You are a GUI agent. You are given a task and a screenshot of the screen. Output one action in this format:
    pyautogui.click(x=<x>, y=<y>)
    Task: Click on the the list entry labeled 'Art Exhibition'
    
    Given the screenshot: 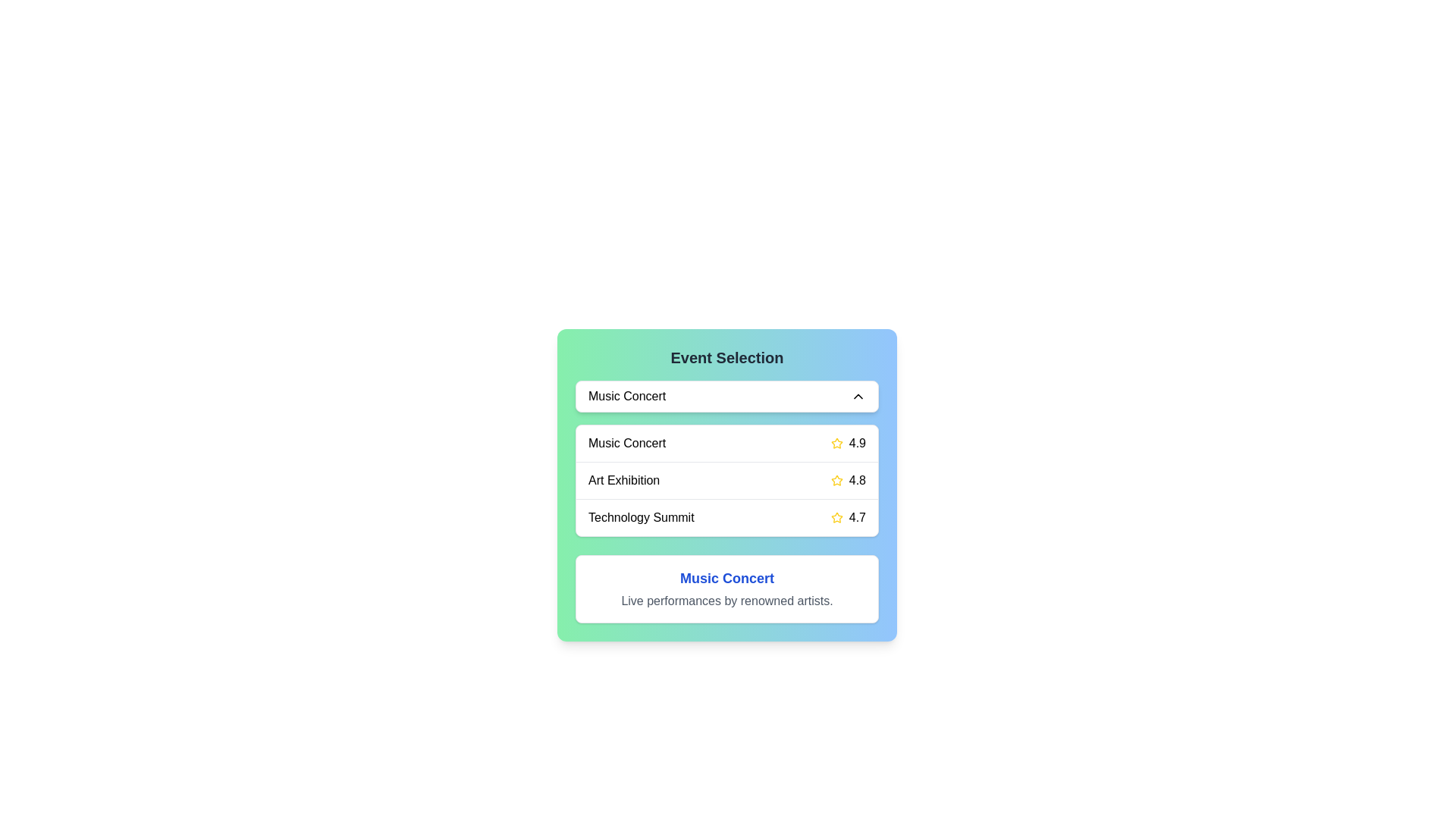 What is the action you would take?
    pyautogui.click(x=726, y=480)
    